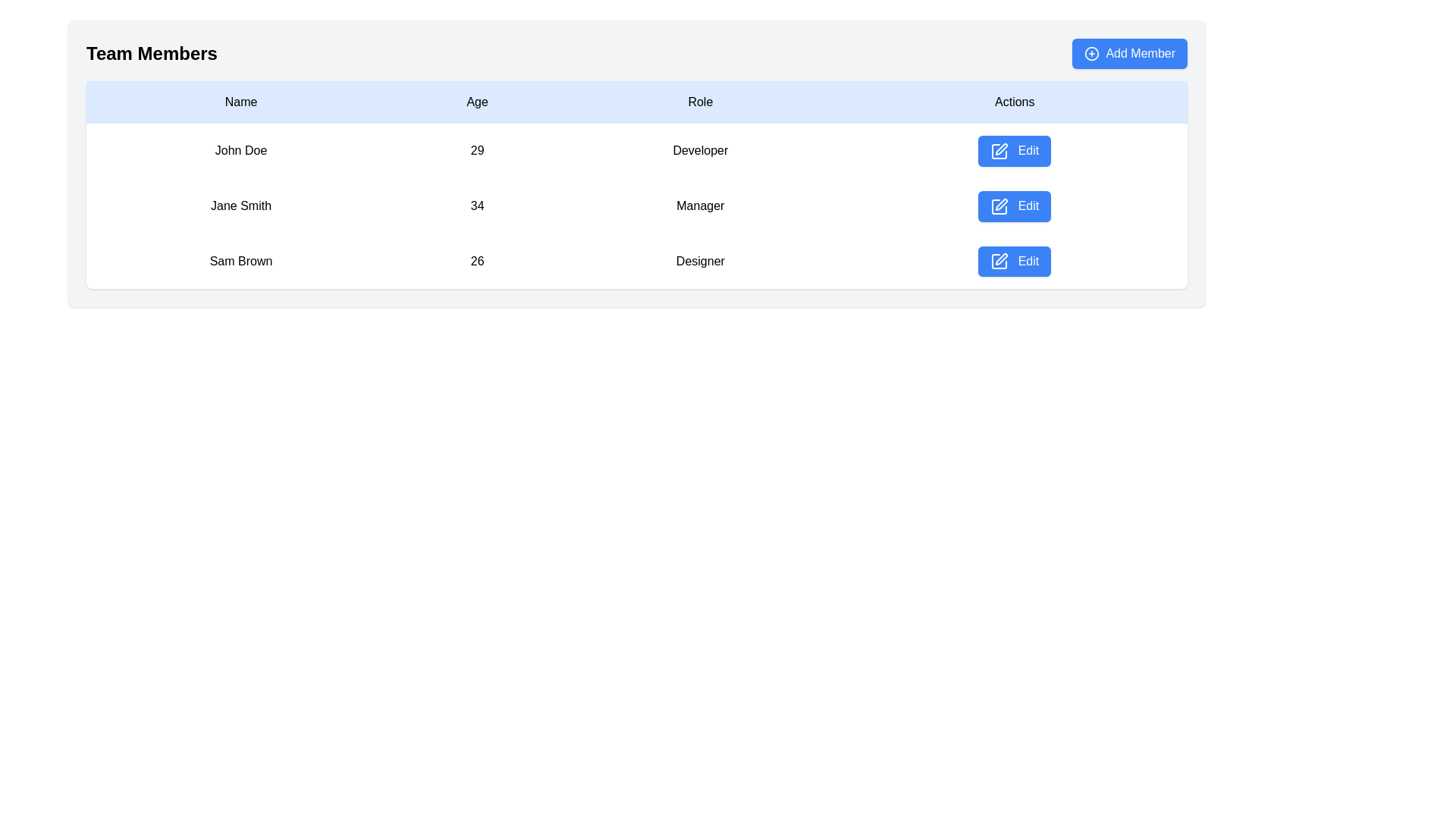  Describe the element at coordinates (1015, 151) in the screenshot. I see `the edit button located in the last column of the first row of the table grid under the 'Actions' column, corresponding to the entry for 'John Doe'` at that location.